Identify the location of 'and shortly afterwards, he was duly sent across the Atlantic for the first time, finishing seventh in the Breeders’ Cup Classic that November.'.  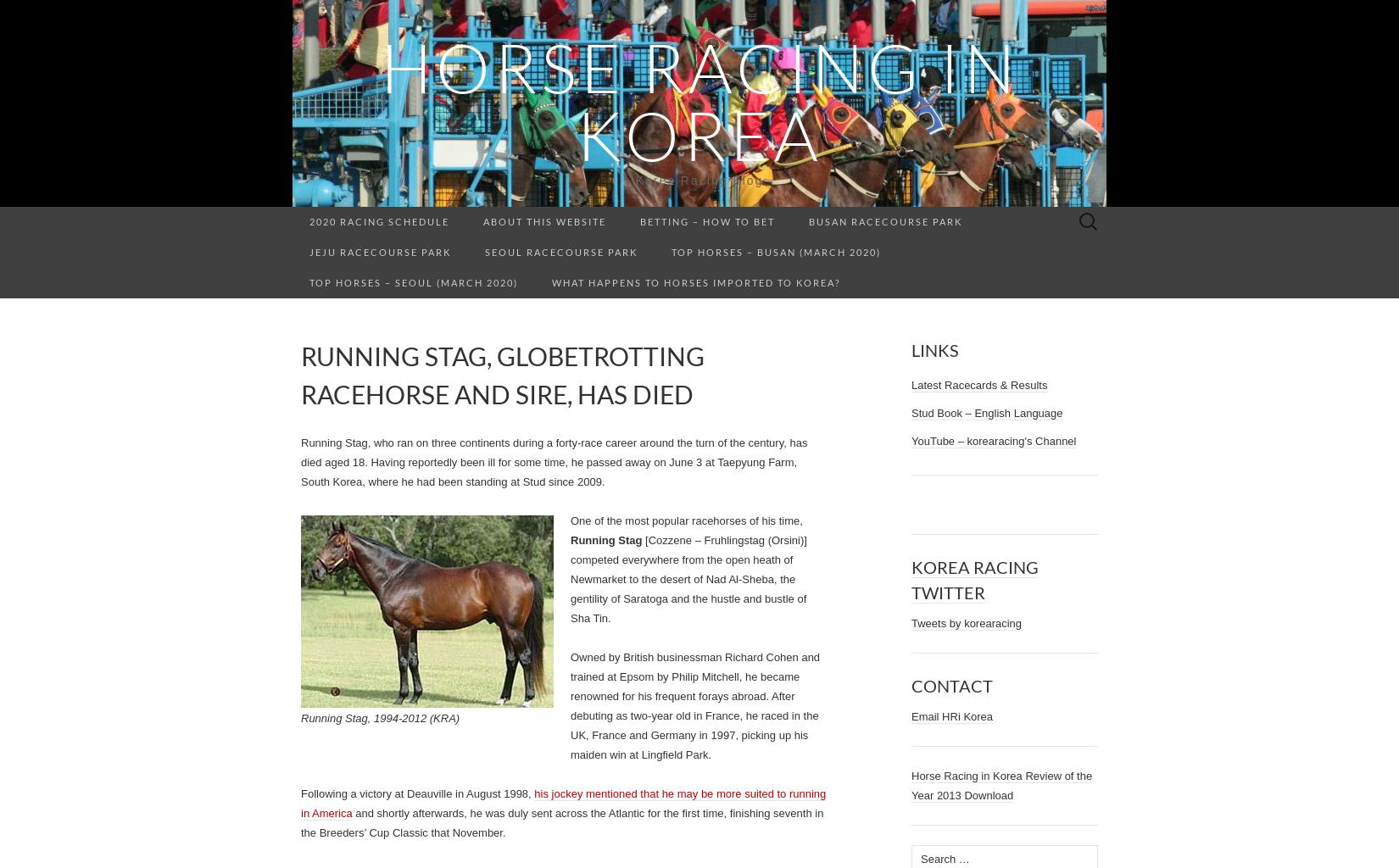
(301, 822).